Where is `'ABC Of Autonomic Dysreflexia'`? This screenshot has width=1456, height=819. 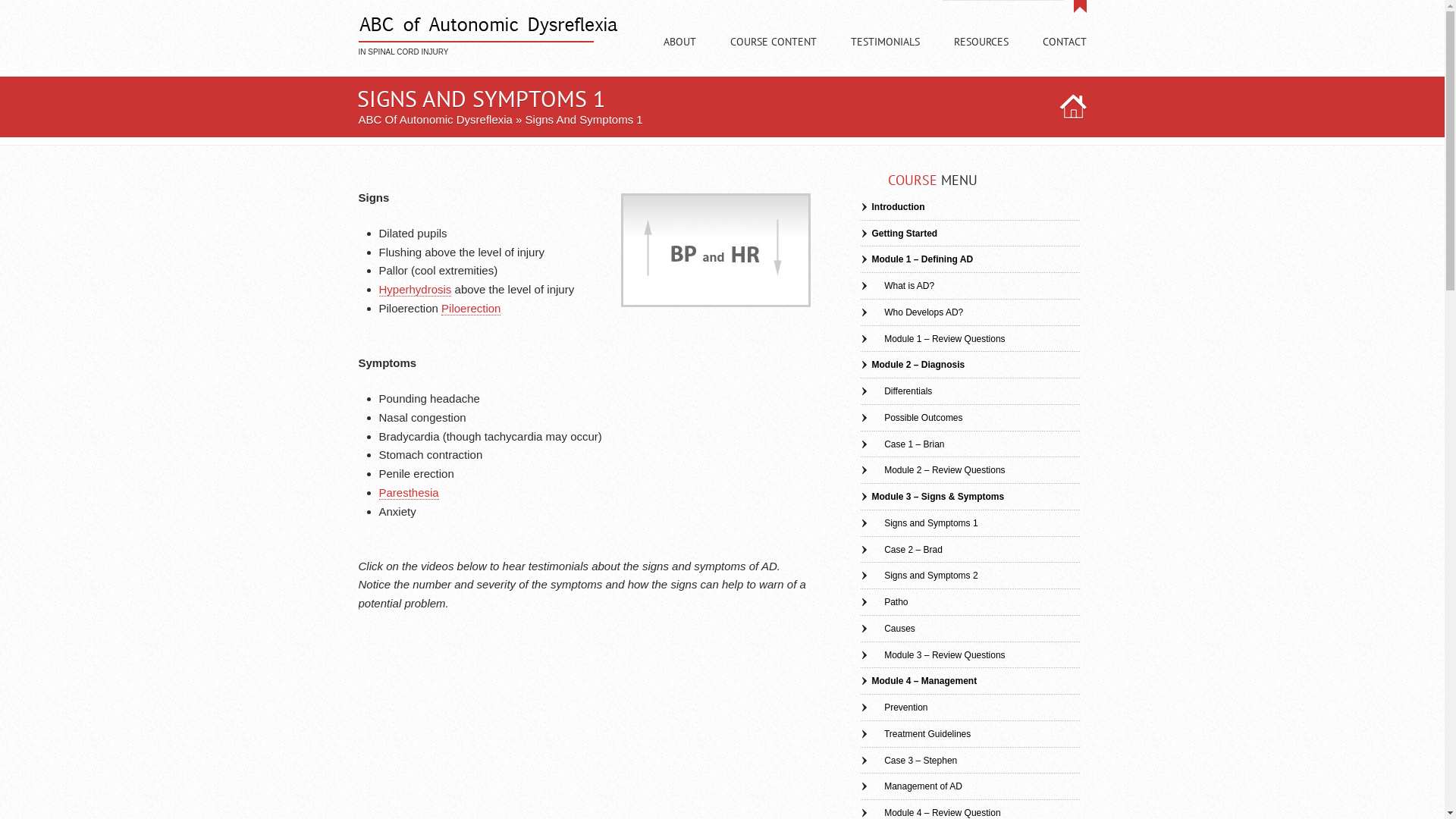 'ABC Of Autonomic Dysreflexia' is located at coordinates (356, 118).